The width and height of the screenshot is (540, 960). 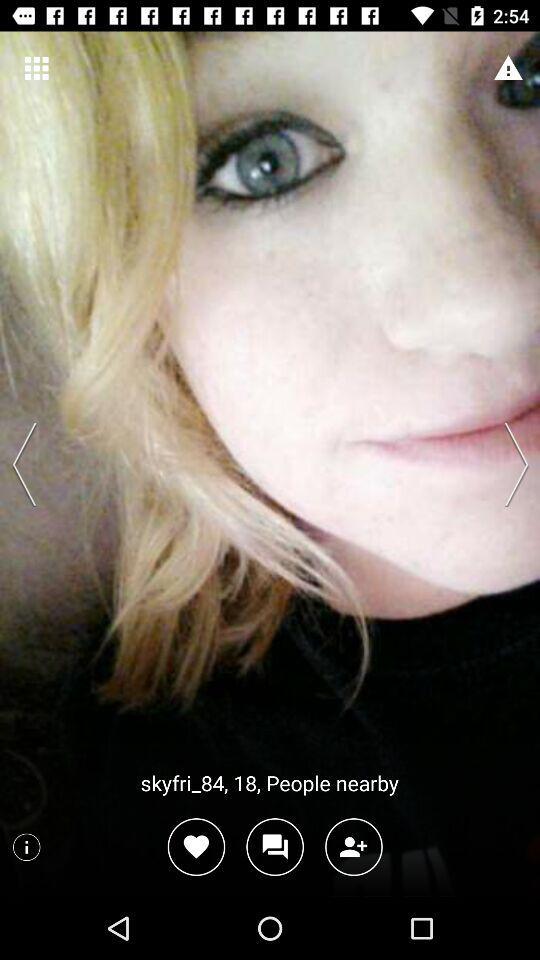 What do you see at coordinates (196, 846) in the screenshot?
I see `match` at bounding box center [196, 846].